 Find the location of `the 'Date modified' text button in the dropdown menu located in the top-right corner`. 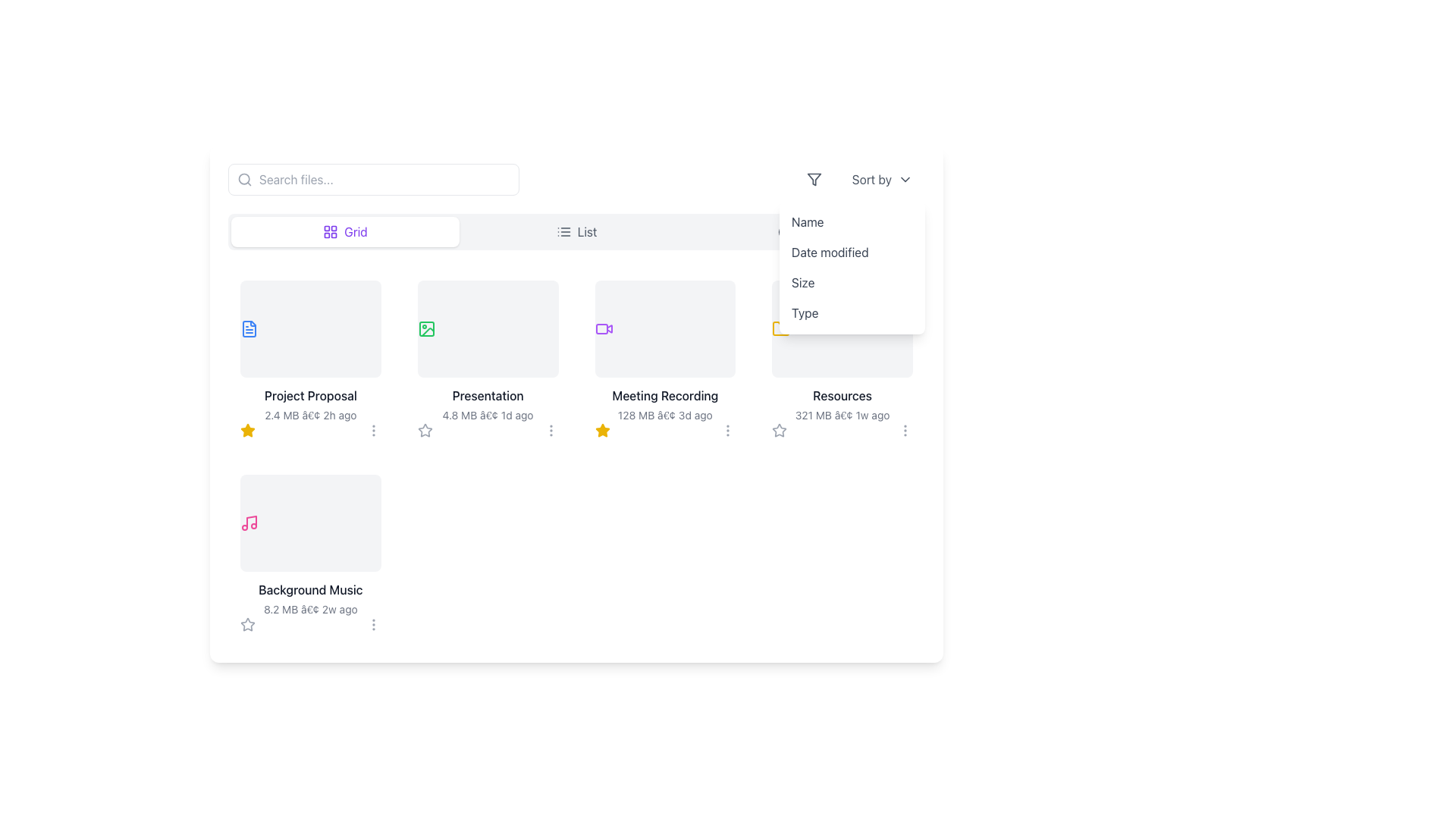

the 'Date modified' text button in the dropdown menu located in the top-right corner is located at coordinates (852, 251).